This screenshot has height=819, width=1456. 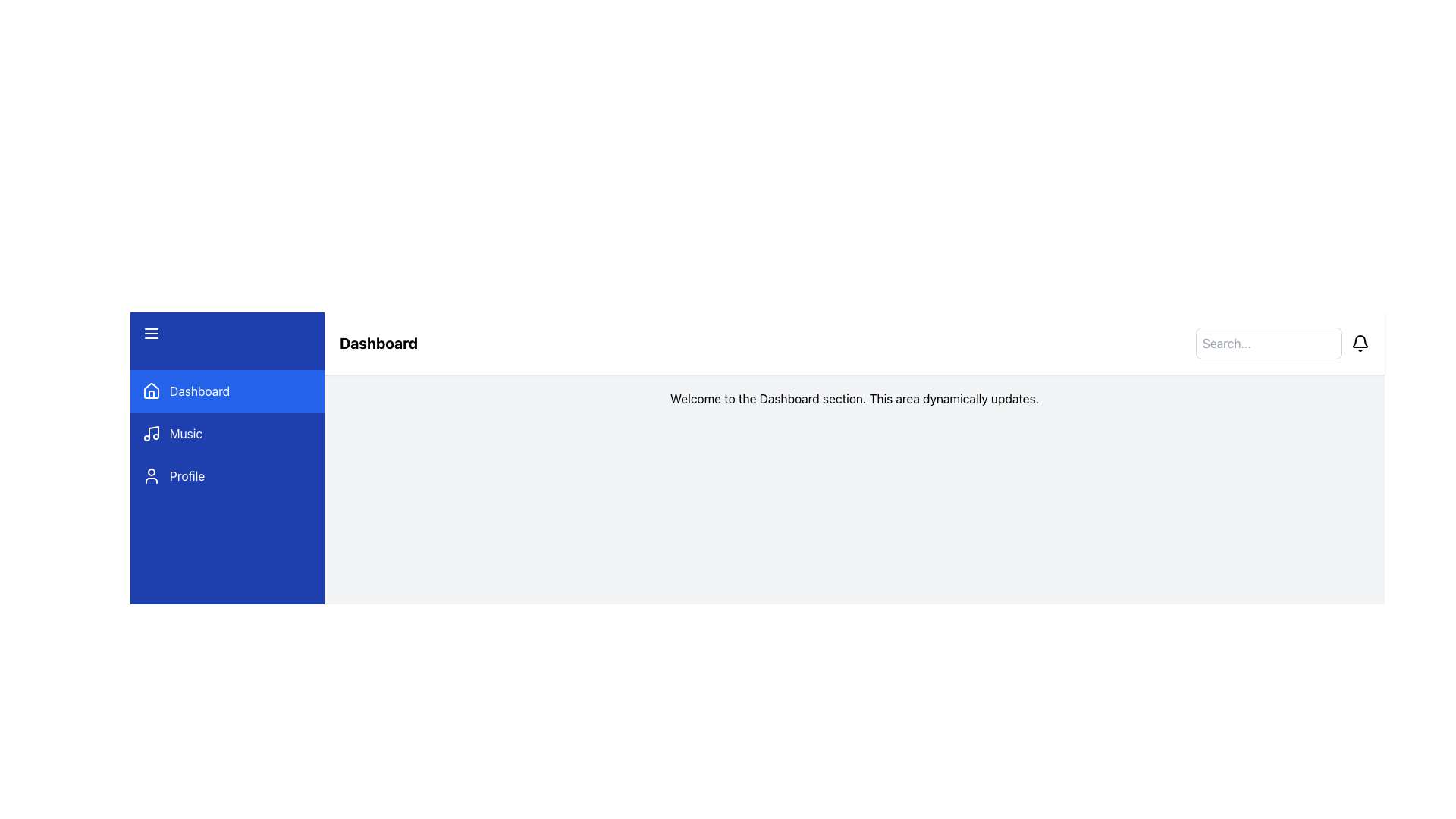 I want to click on the small line-drawn house icon located in the blue sidebar menu labeled 'Dashboard', which is visually distinct with its white color against a blue background, so click(x=152, y=391).